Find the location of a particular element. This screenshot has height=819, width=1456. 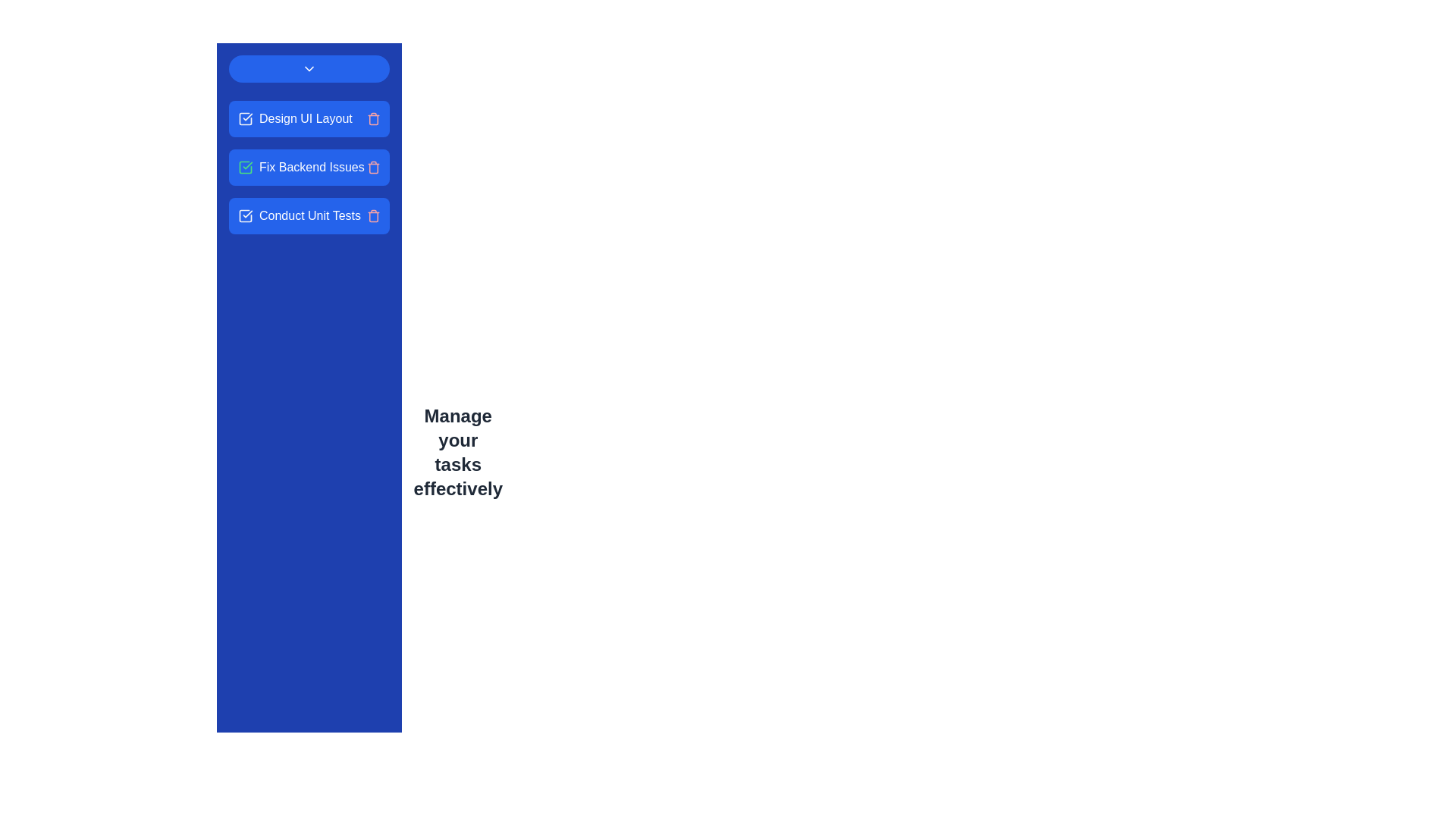

the checkbox with a checkmark inside, styled as part of a task list item, located to the left of the text 'Design UI Layout' is located at coordinates (246, 118).